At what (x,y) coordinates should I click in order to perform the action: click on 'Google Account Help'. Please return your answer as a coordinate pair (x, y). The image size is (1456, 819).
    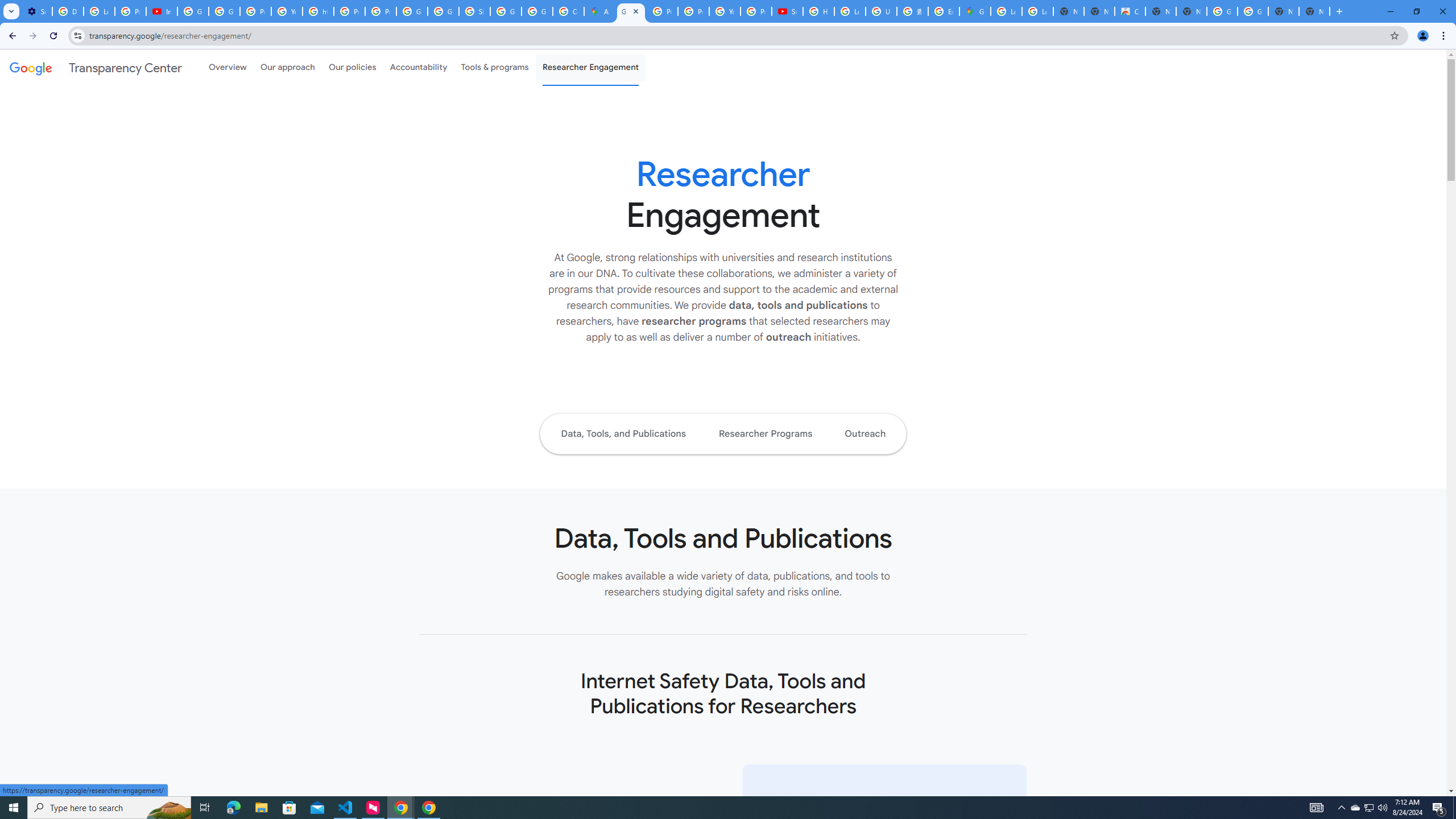
    Looking at the image, I should click on (192, 11).